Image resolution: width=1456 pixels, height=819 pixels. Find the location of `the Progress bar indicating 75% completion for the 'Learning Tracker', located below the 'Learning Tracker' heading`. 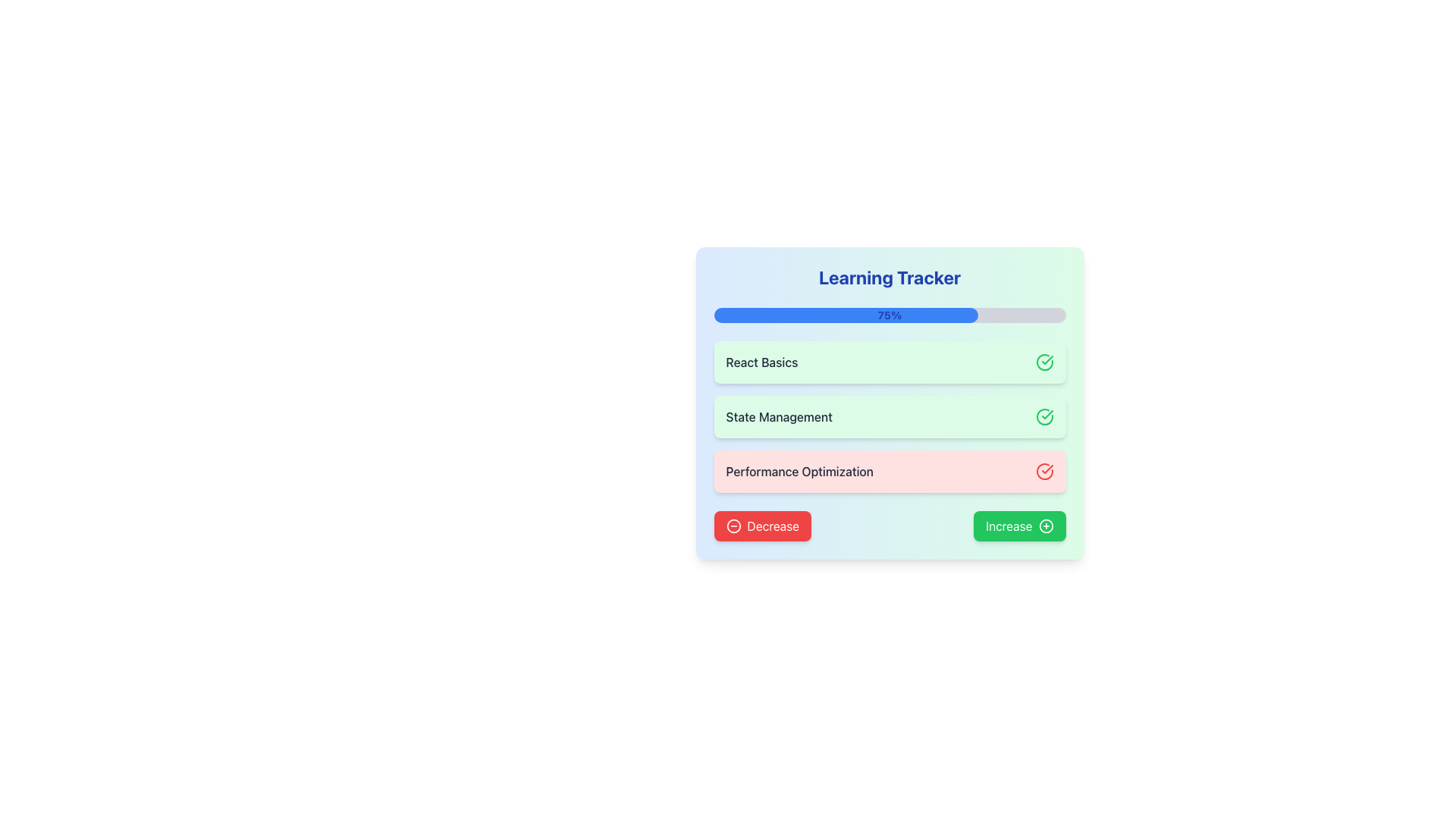

the Progress bar indicating 75% completion for the 'Learning Tracker', located below the 'Learning Tracker' heading is located at coordinates (845, 315).